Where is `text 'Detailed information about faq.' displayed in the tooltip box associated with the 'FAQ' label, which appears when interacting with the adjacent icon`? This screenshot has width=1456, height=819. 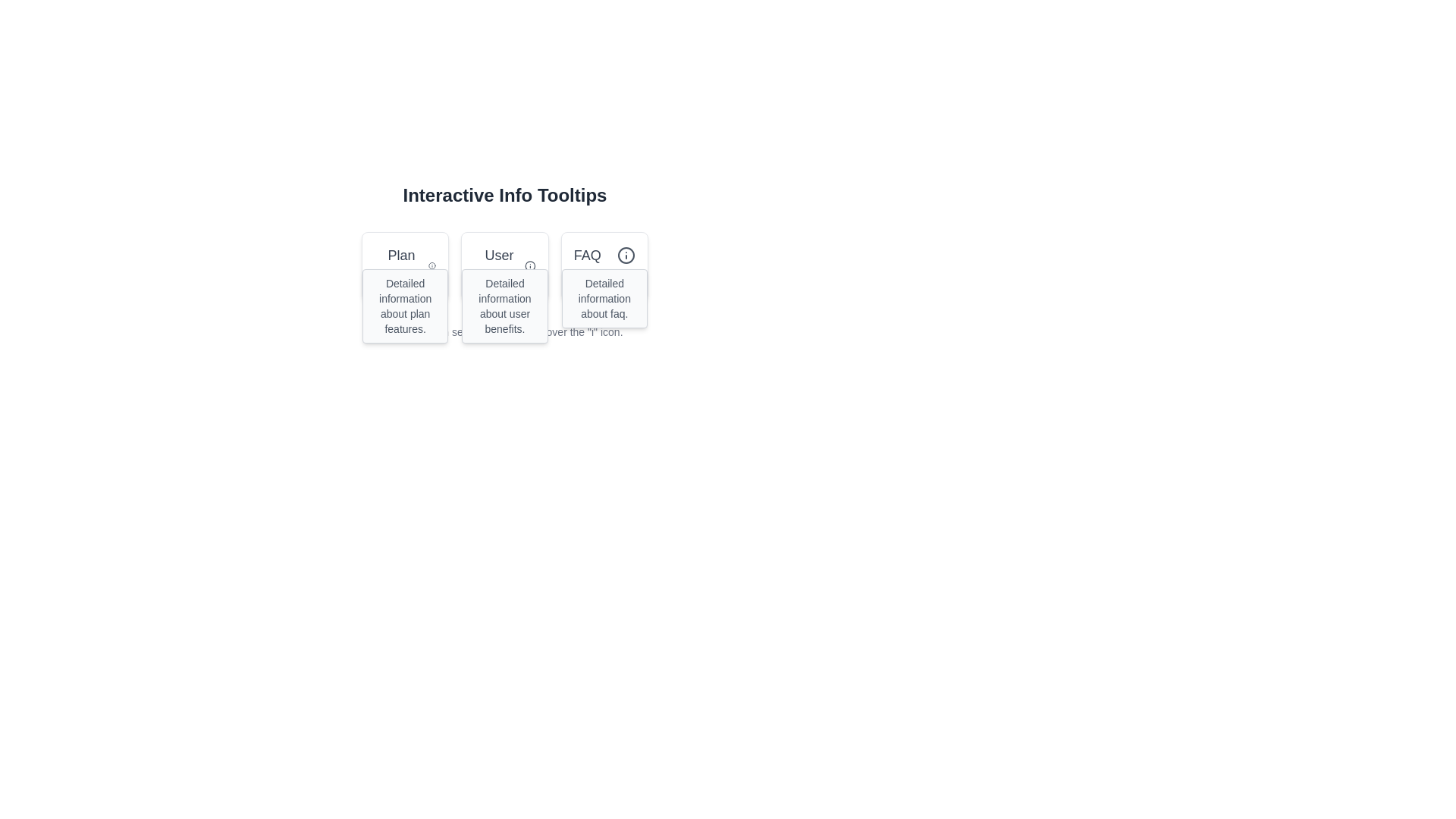 text 'Detailed information about faq.' displayed in the tooltip box associated with the 'FAQ' label, which appears when interacting with the adjacent icon is located at coordinates (604, 298).